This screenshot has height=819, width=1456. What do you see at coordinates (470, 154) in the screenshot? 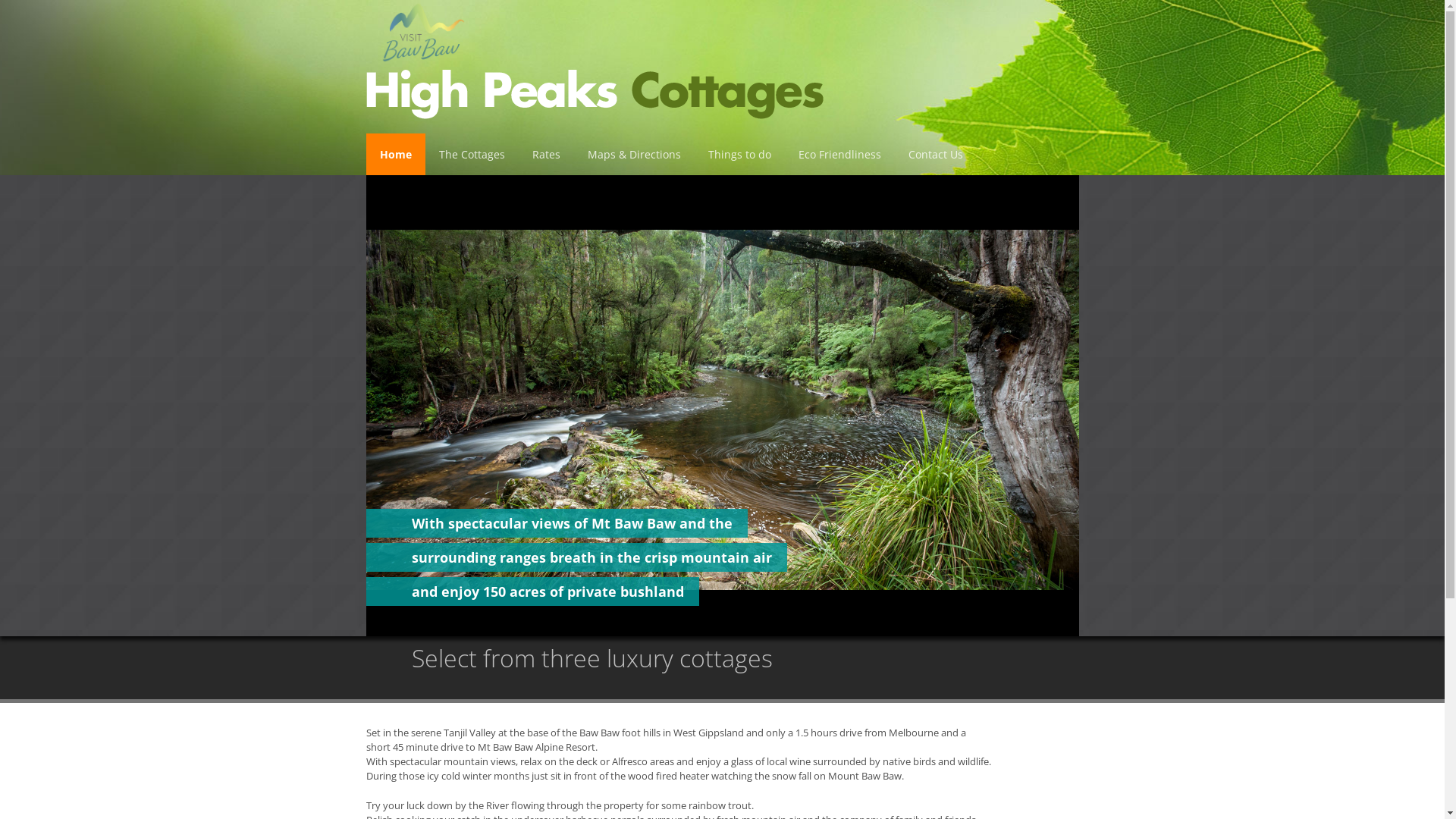
I see `'The Cottages'` at bounding box center [470, 154].